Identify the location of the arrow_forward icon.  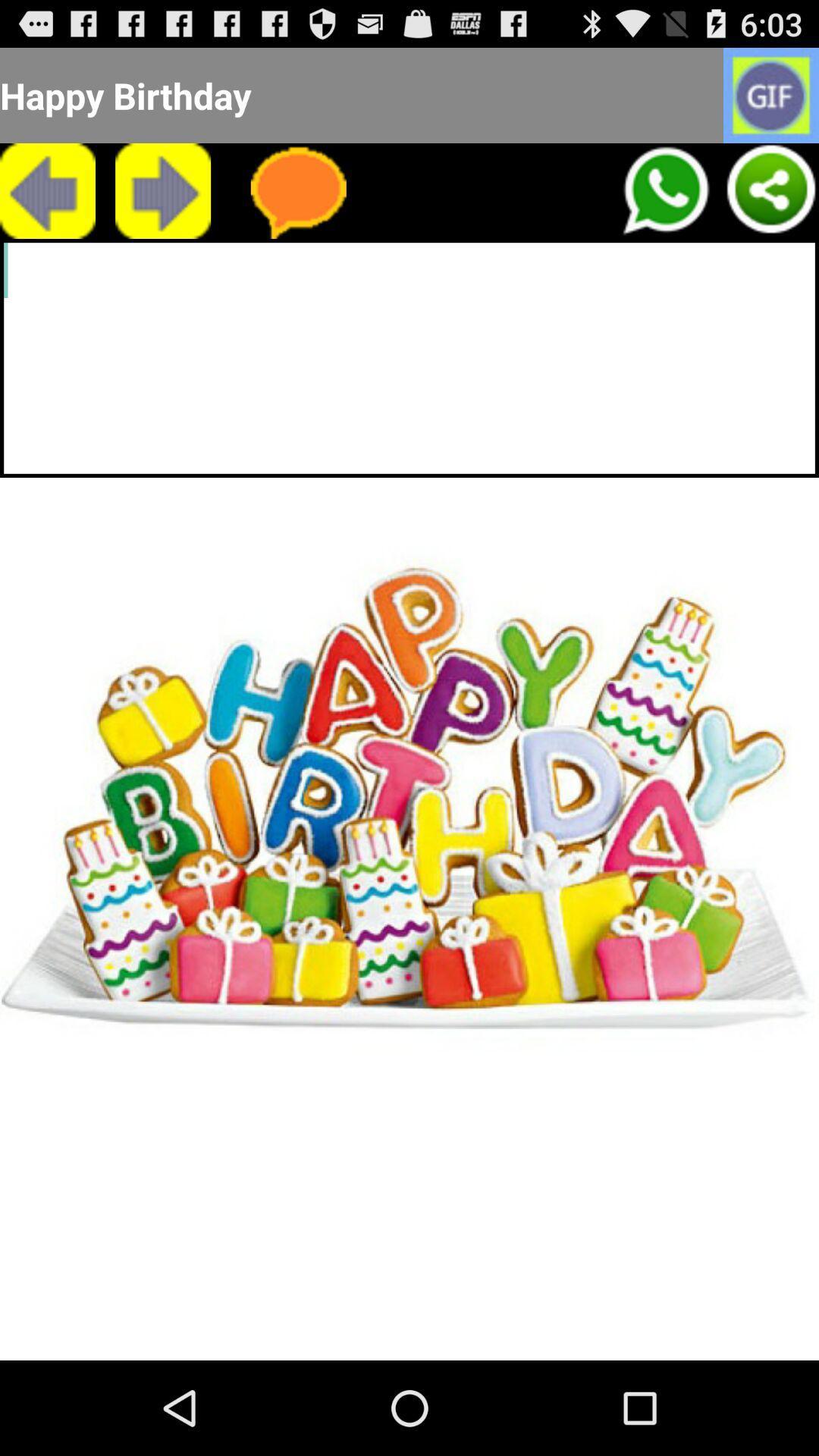
(163, 203).